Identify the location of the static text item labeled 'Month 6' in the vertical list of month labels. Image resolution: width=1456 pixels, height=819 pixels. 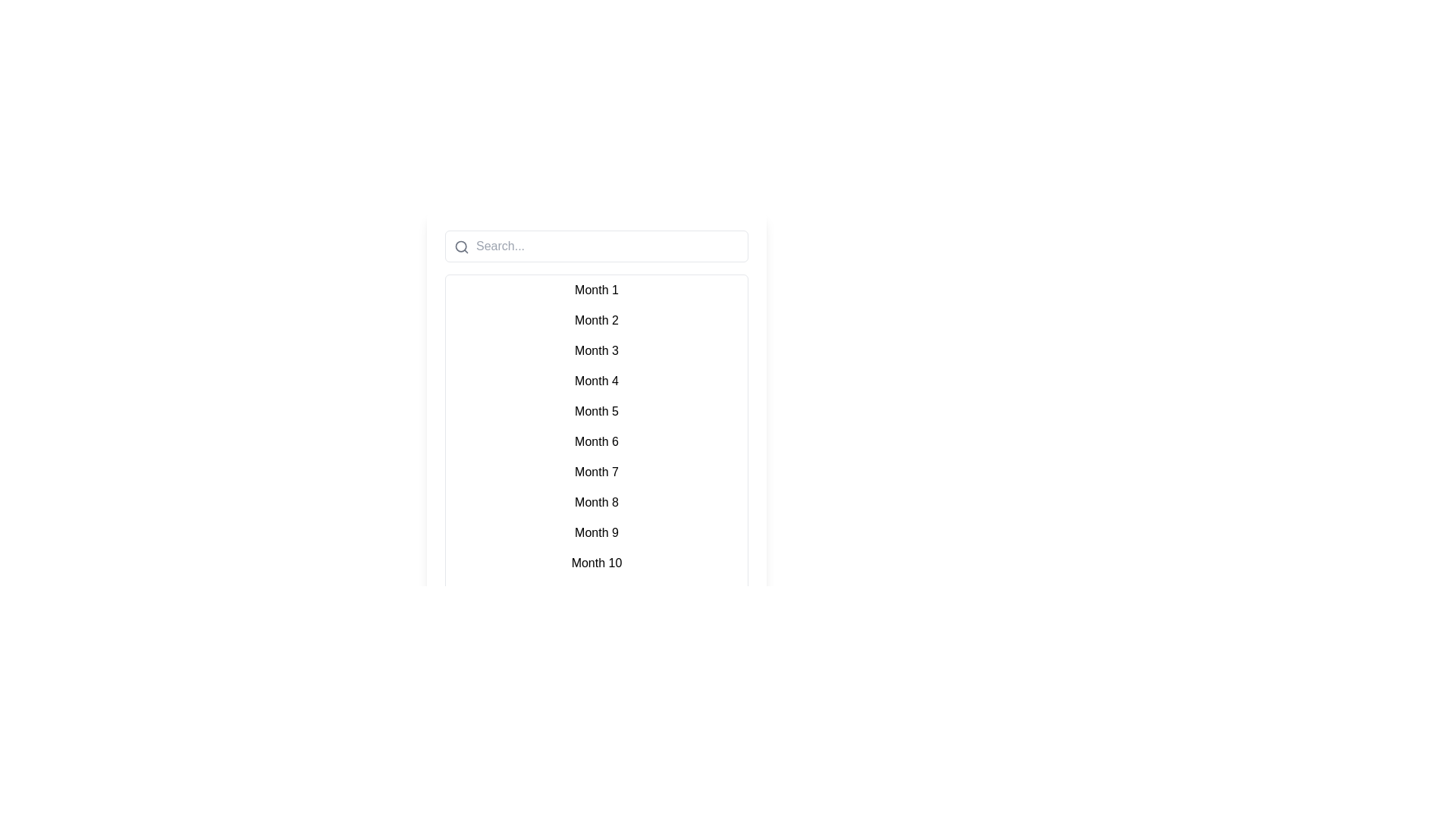
(596, 441).